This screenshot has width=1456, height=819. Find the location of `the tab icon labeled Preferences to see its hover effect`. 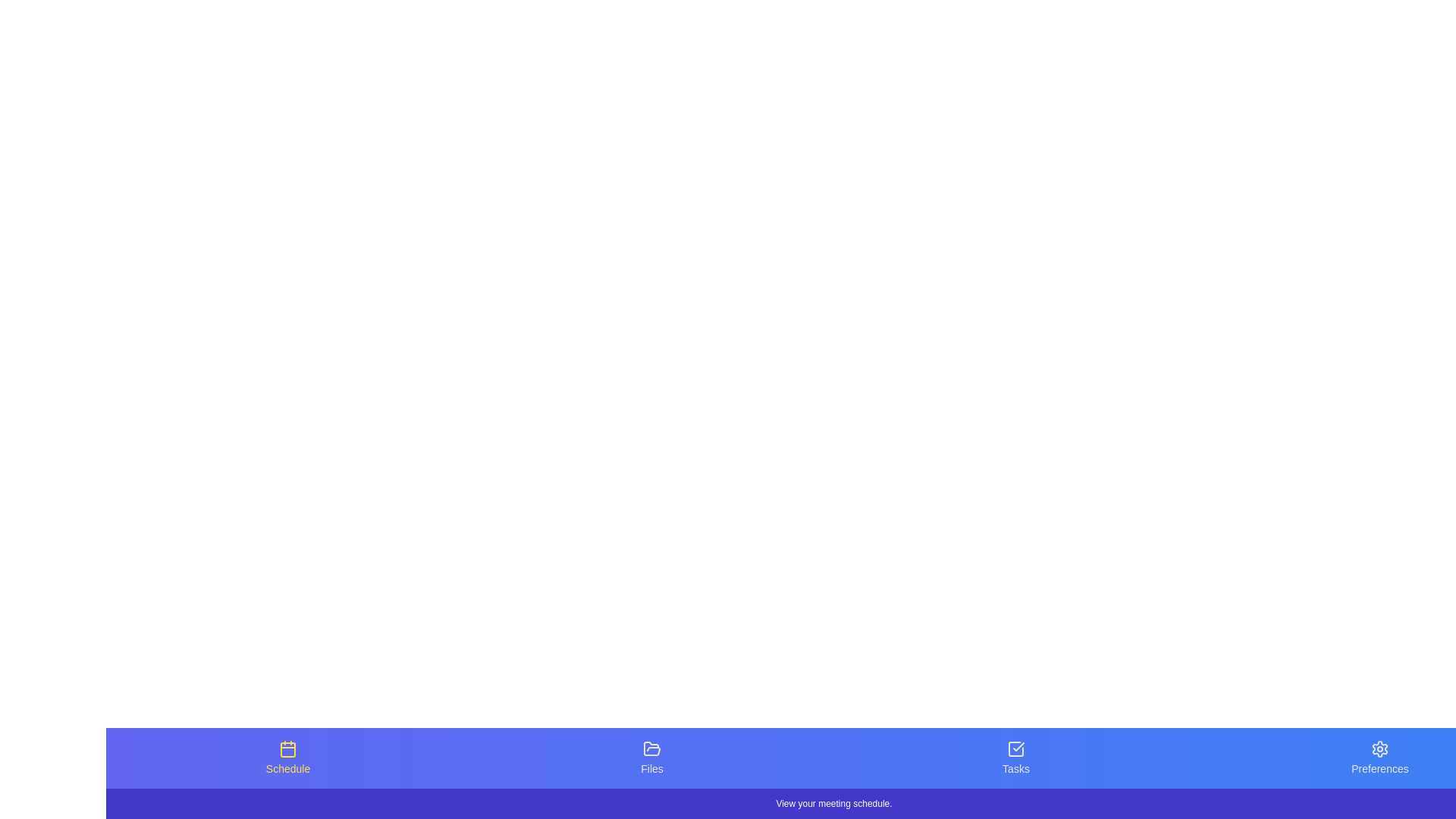

the tab icon labeled Preferences to see its hover effect is located at coordinates (1379, 758).